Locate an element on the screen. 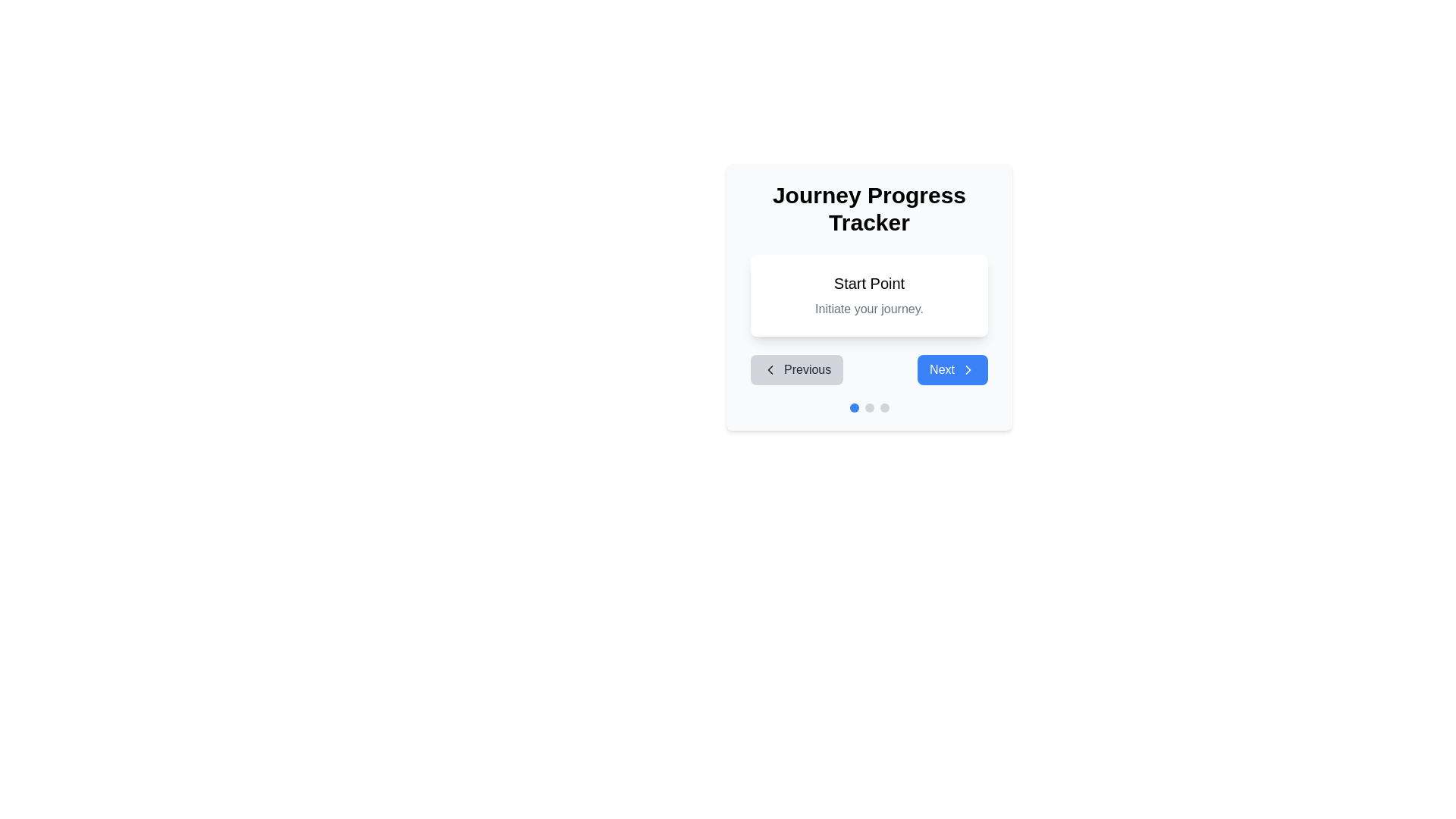  the static text heading that reads 'Journey Progress Tracker', which is styled in large, bold font and is positioned at the top of a card interface is located at coordinates (869, 209).